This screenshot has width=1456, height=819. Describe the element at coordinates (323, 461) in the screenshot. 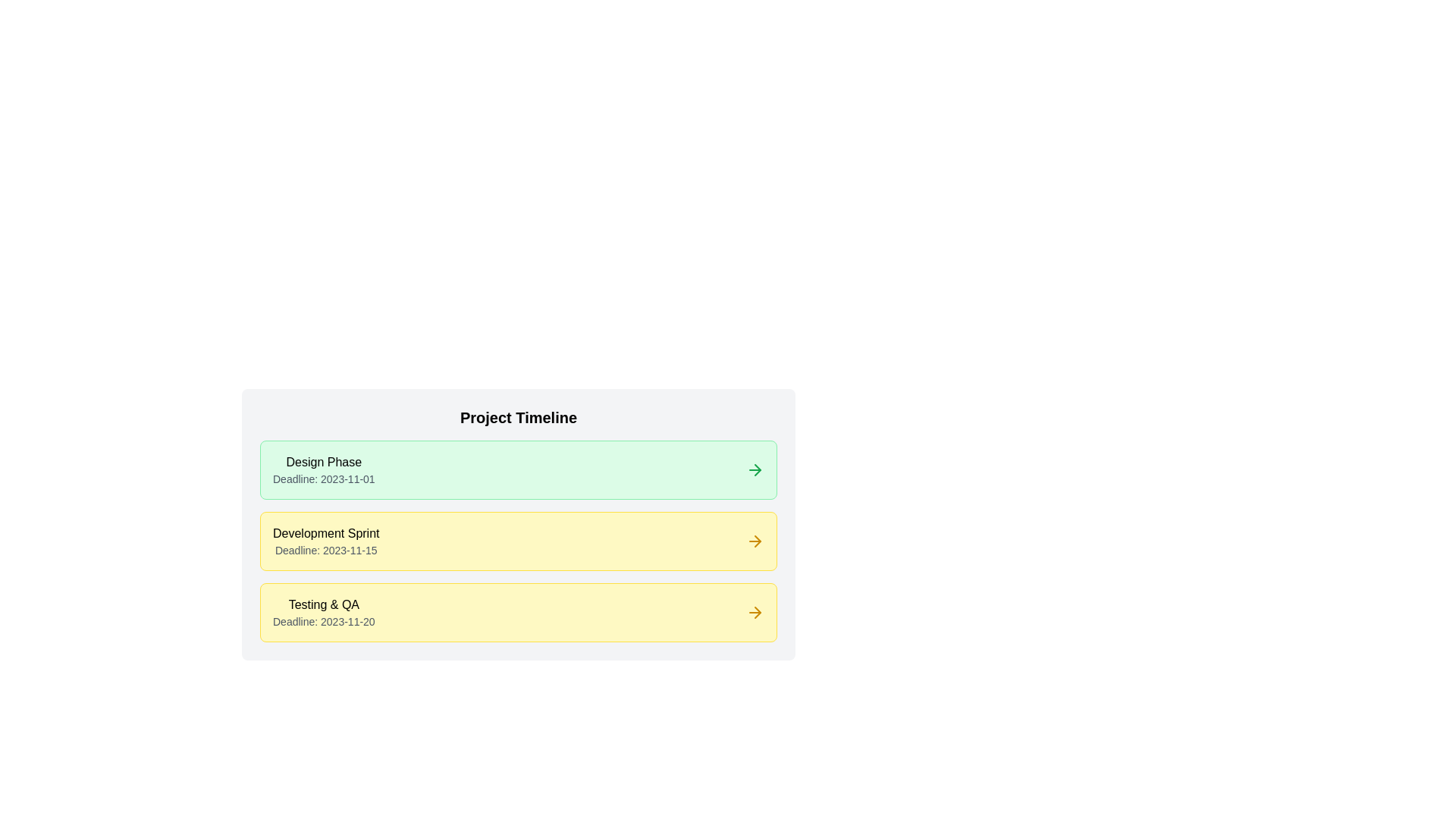

I see `text label displaying 'Design Phase' in bold or medium font located in the topmost card of the project timeline section` at that location.